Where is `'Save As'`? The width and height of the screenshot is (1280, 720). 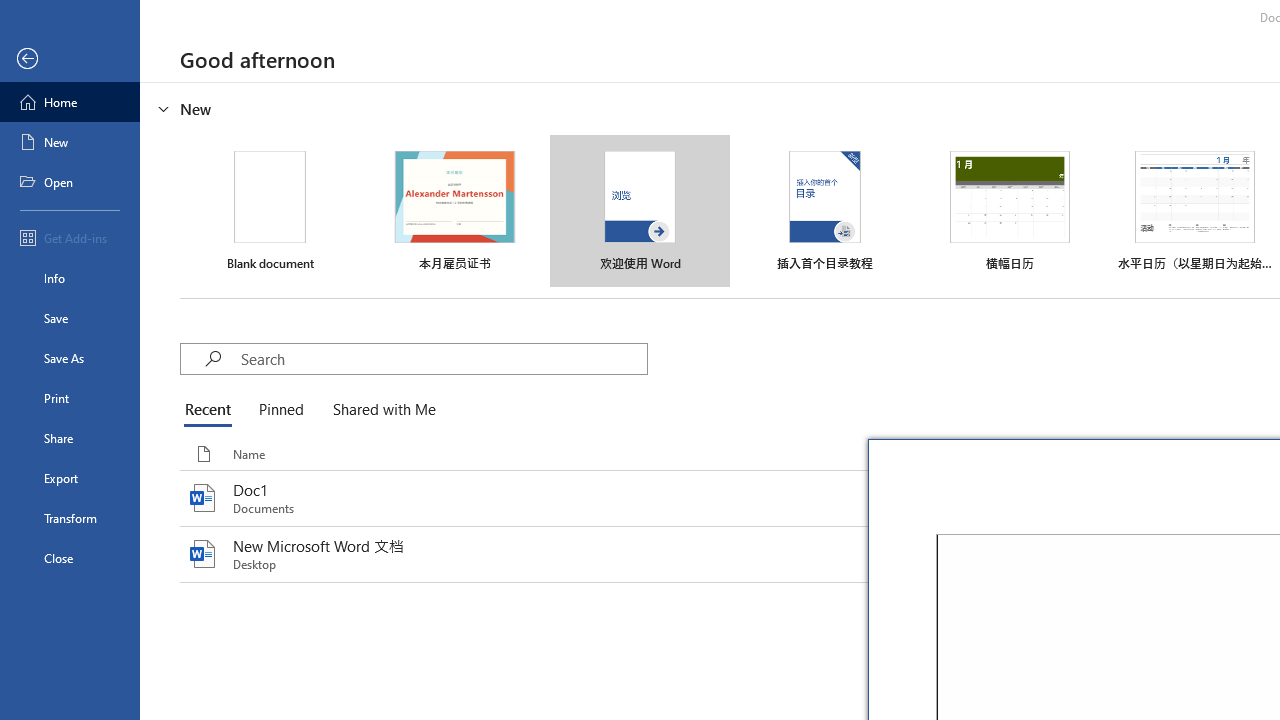
'Save As' is located at coordinates (69, 356).